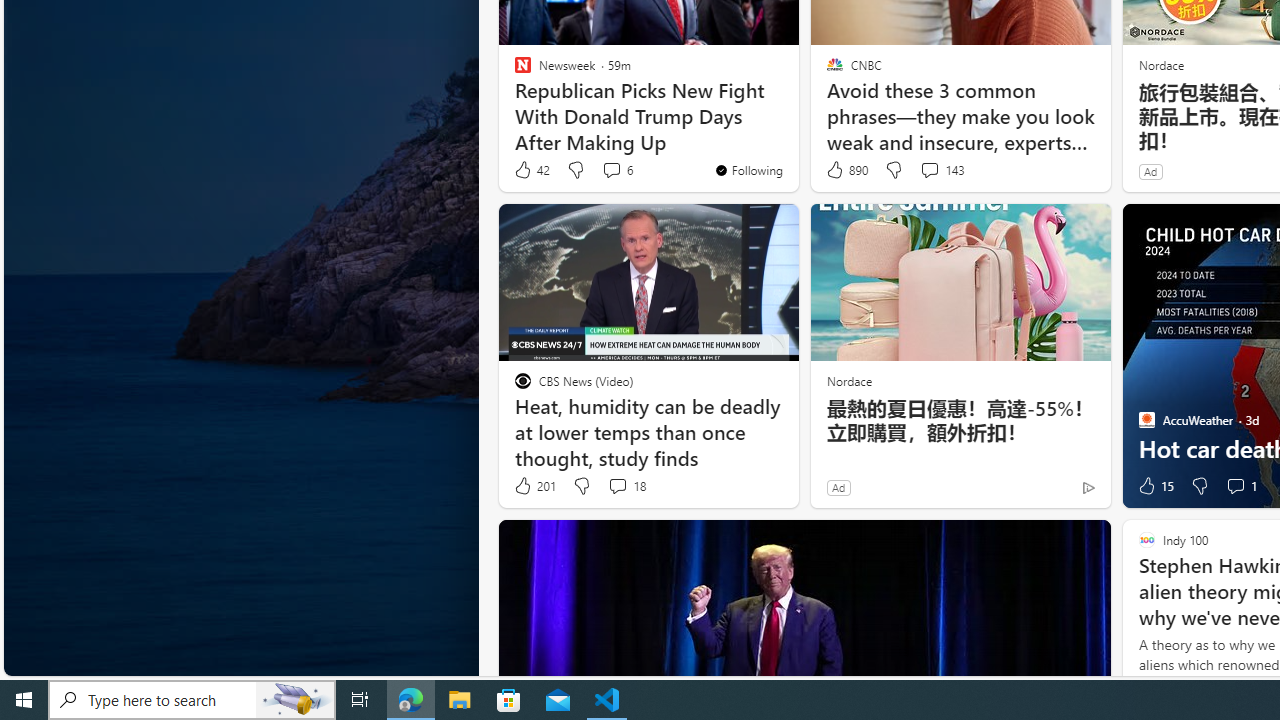 Image resolution: width=1280 pixels, height=720 pixels. Describe the element at coordinates (838, 487) in the screenshot. I see `'Ad'` at that location.